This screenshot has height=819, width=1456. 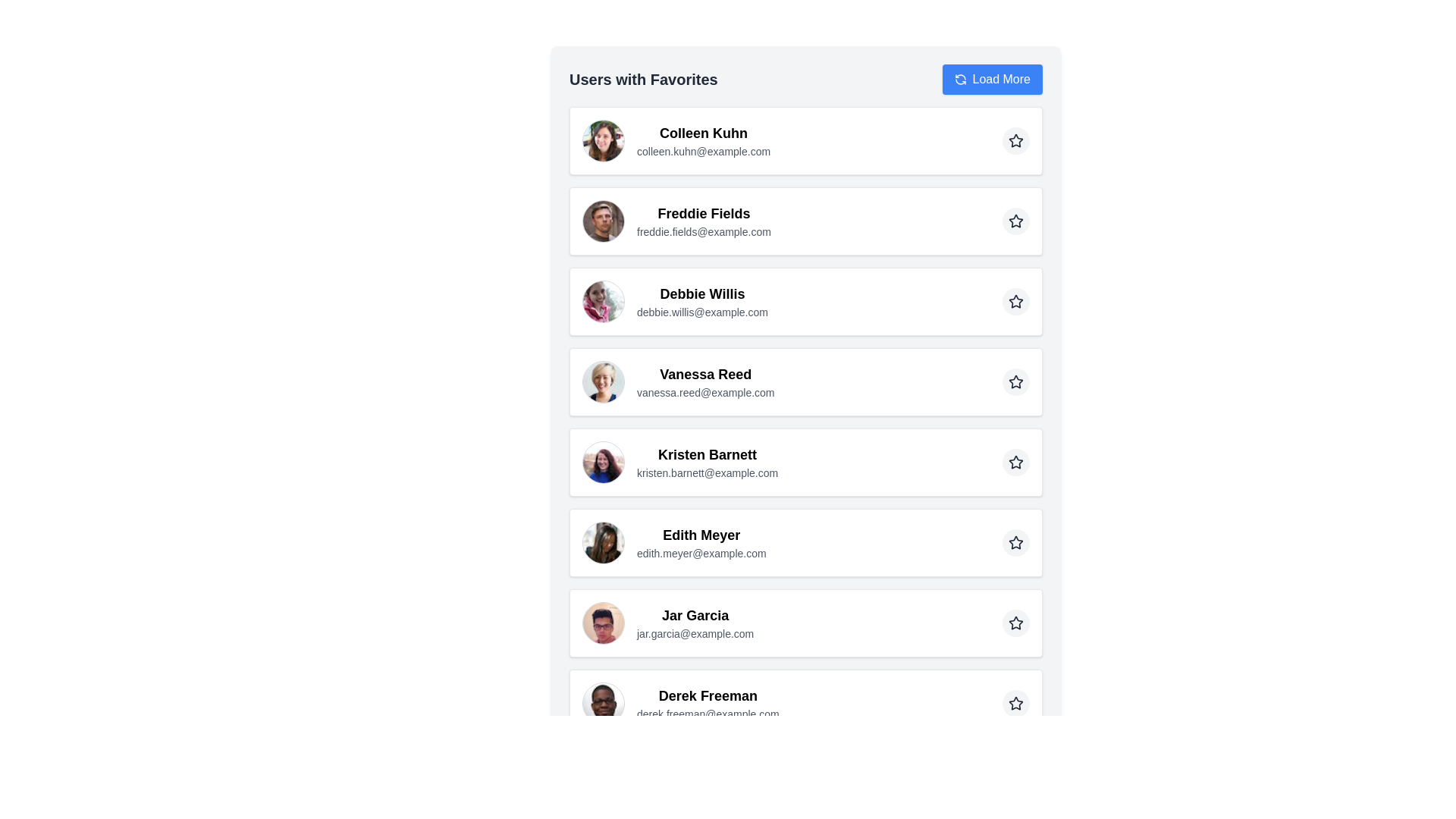 I want to click on the favorite button for user 'Jar Garcia', so click(x=1015, y=623).